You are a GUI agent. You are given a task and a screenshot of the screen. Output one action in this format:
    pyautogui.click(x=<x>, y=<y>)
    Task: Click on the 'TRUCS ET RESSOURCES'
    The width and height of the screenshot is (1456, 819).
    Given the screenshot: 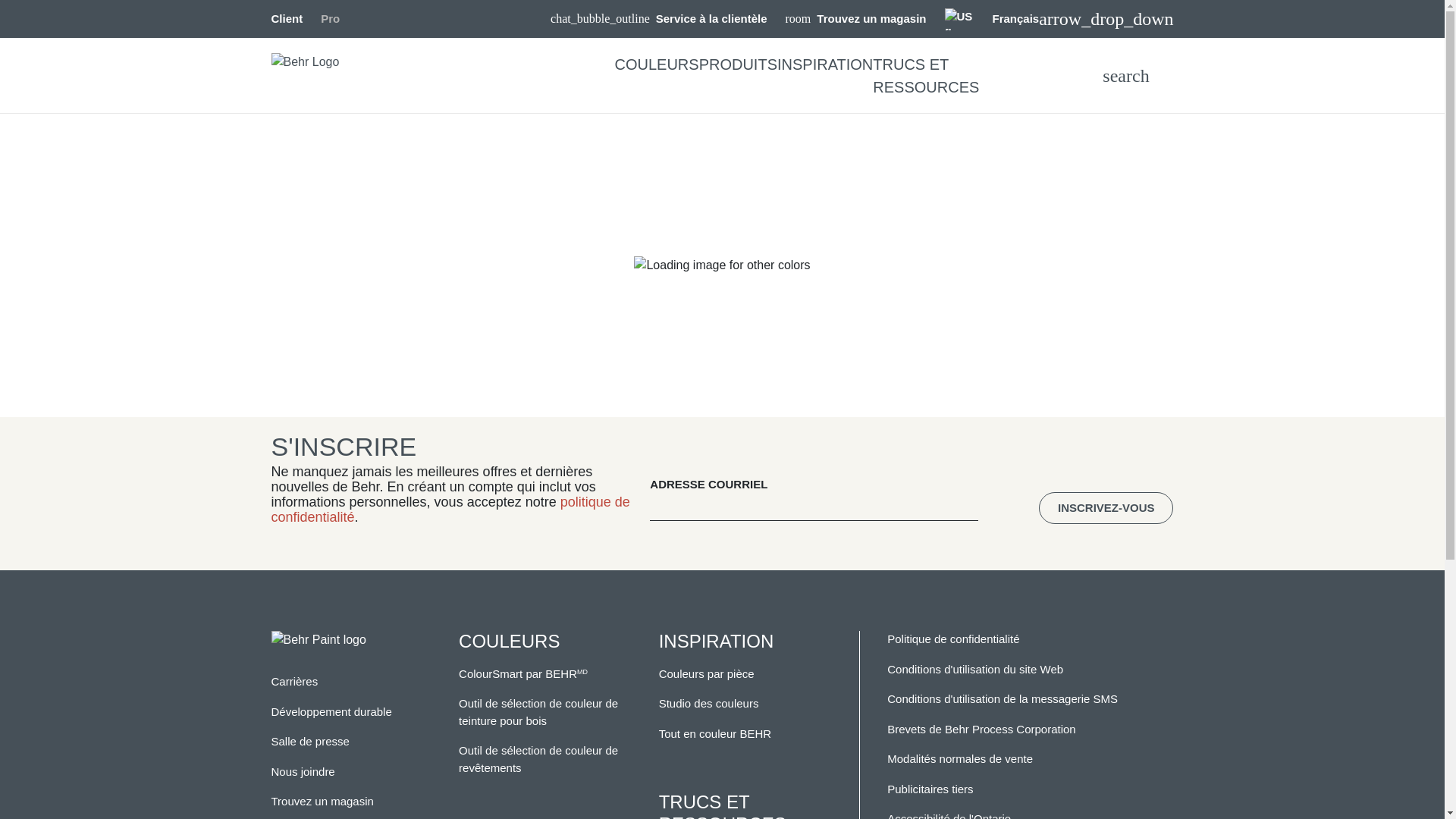 What is the action you would take?
    pyautogui.click(x=924, y=76)
    